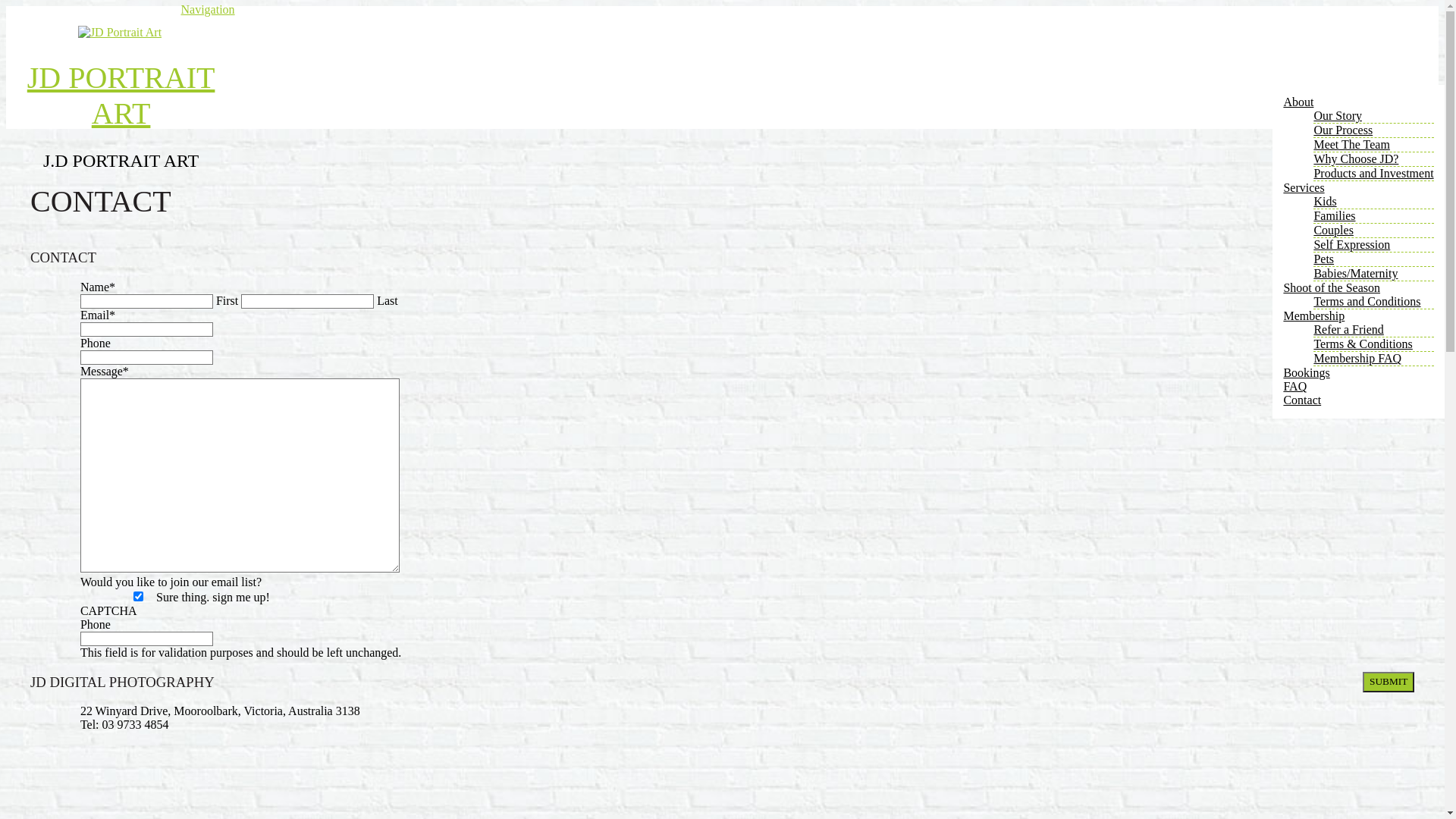  What do you see at coordinates (1282, 399) in the screenshot?
I see `'Contact'` at bounding box center [1282, 399].